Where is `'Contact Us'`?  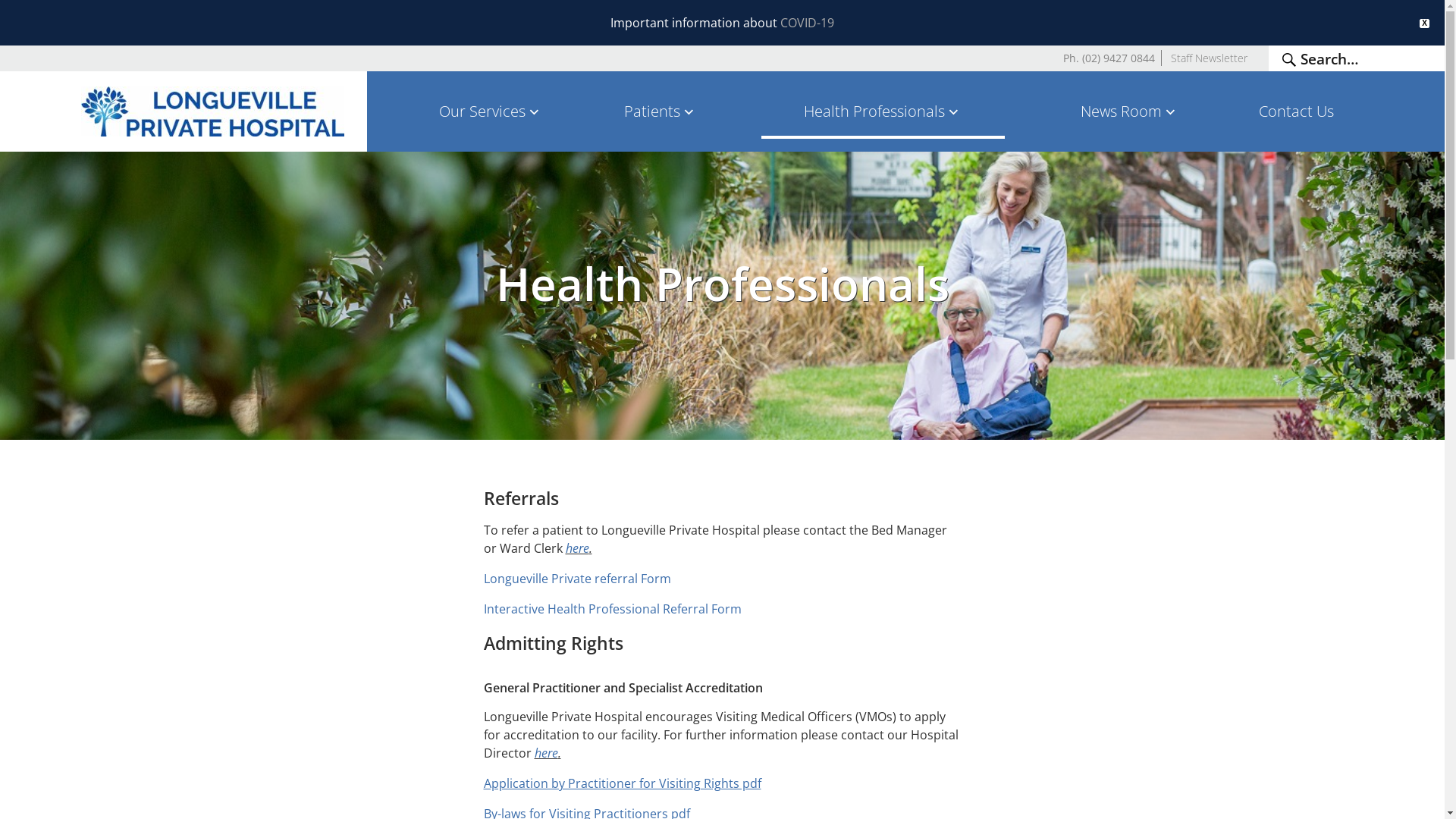
'Contact Us' is located at coordinates (1295, 110).